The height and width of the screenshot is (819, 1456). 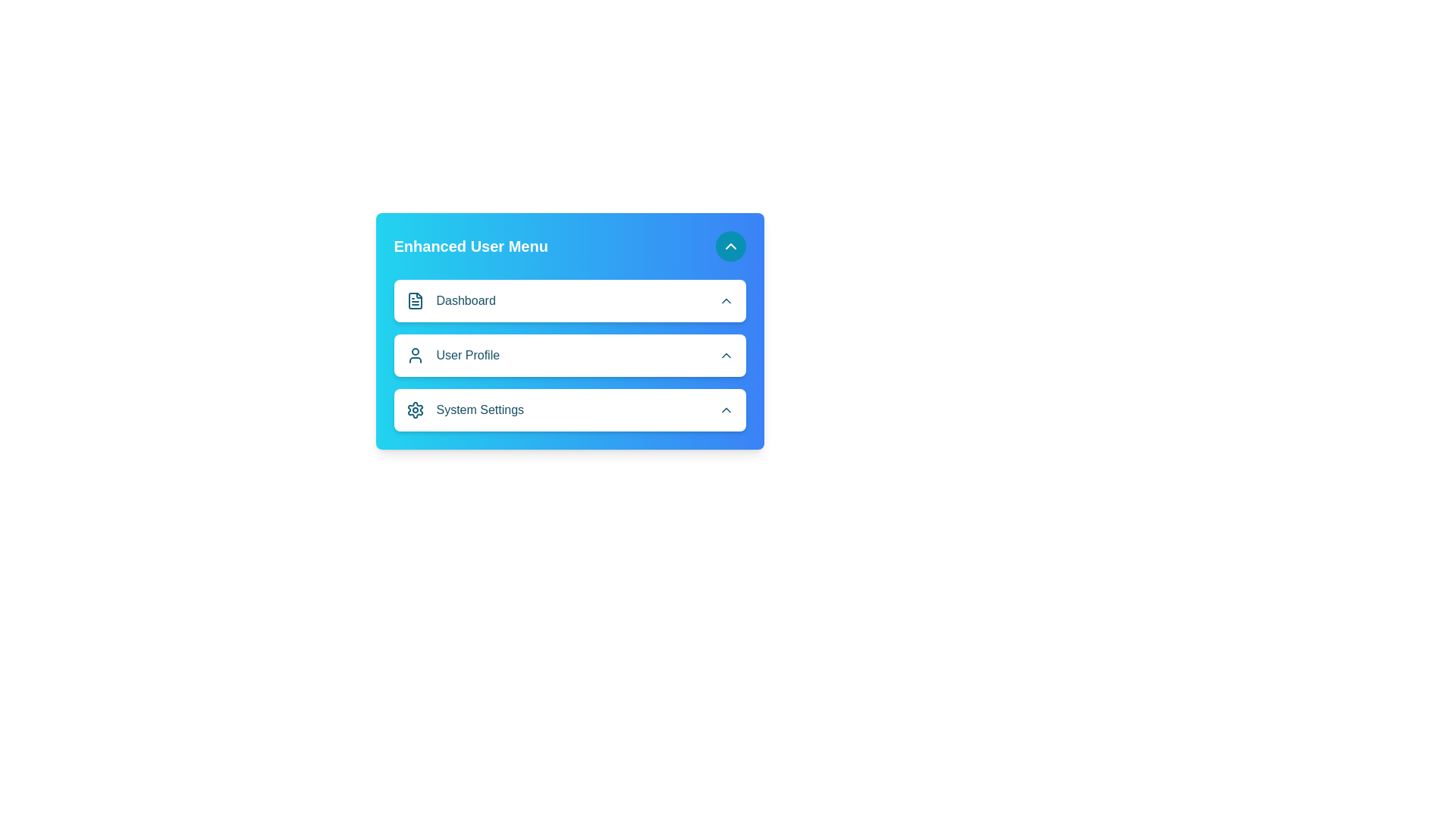 I want to click on the 'System Settings' icon, which is the first element in the horizontal group structure to the left of the text label 'System Settings' in the 'Enhanced User Menu', so click(x=415, y=409).